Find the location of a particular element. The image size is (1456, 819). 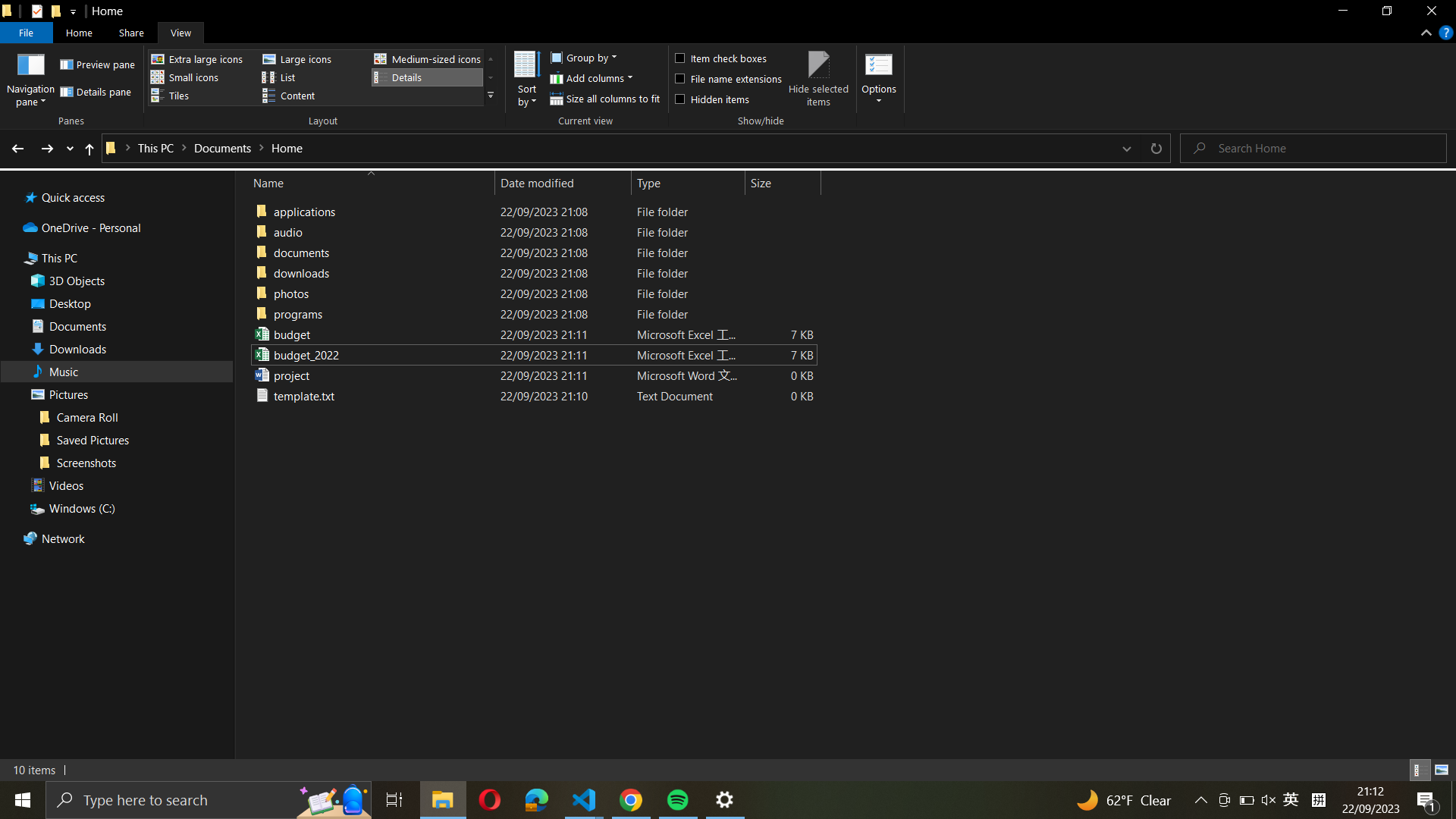

Scale up to large icon view is located at coordinates (309, 58).